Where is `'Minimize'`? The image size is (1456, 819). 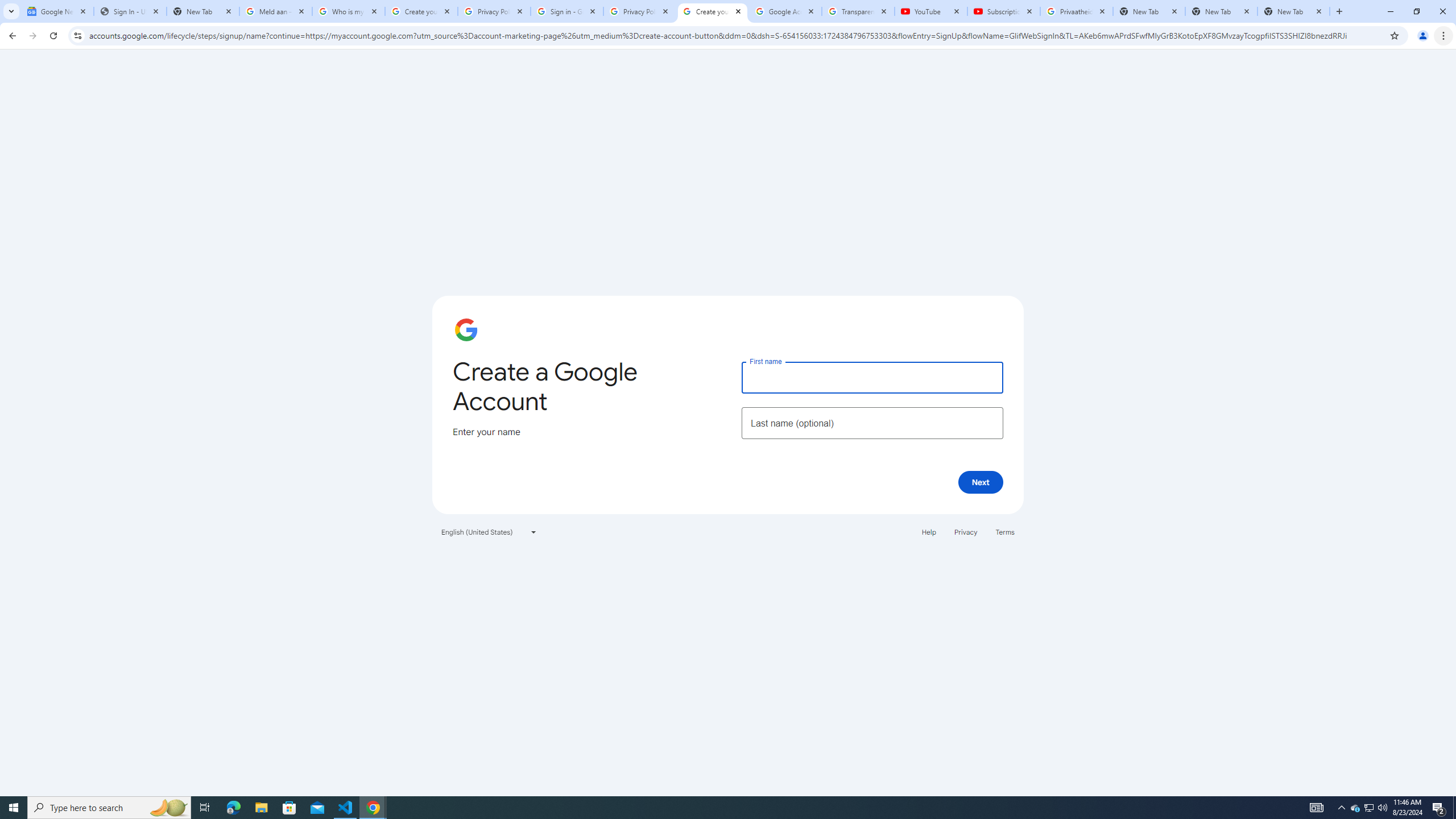 'Minimize' is located at coordinates (1389, 11).